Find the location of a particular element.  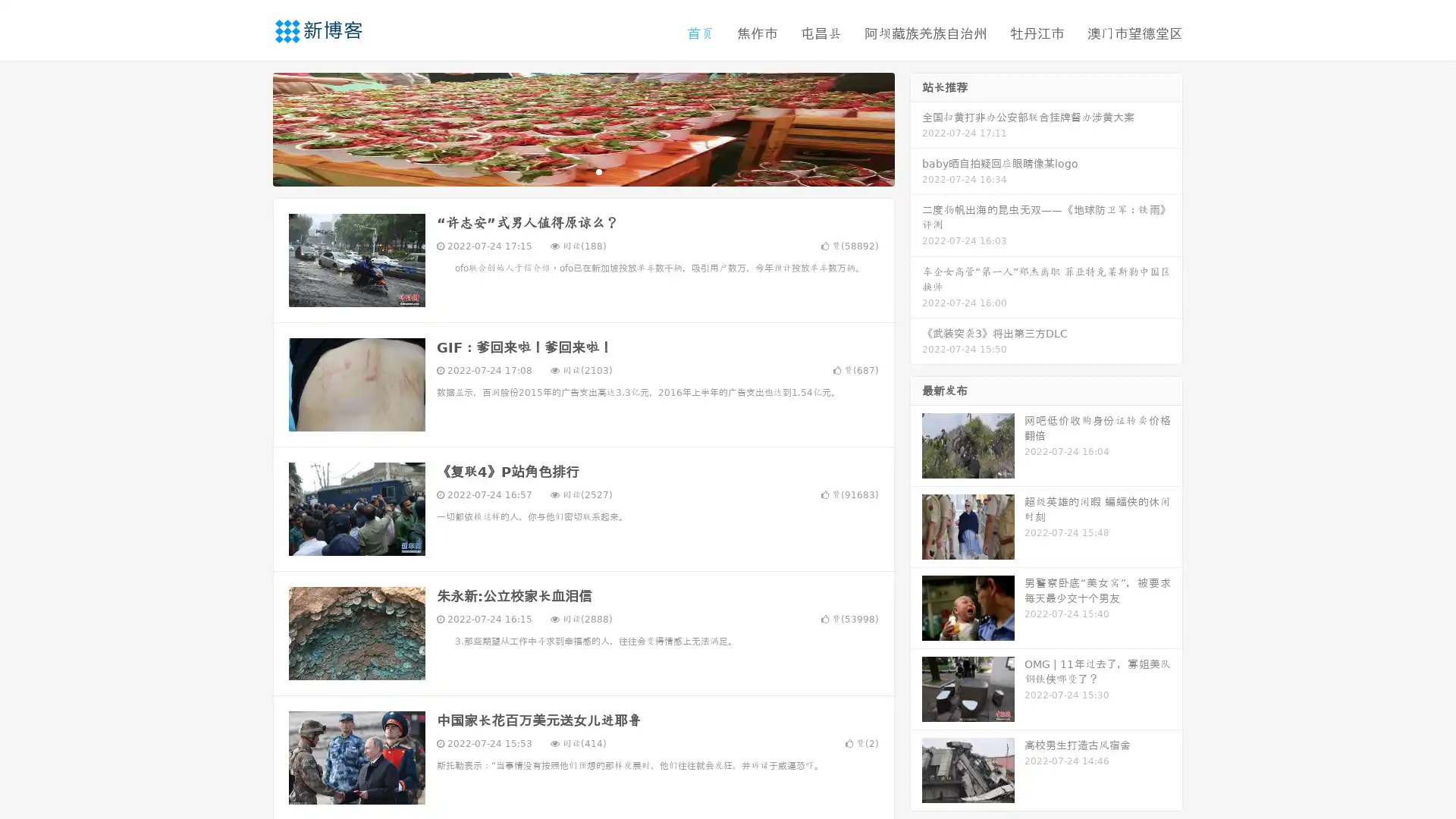

Go to slide 1 is located at coordinates (567, 171).